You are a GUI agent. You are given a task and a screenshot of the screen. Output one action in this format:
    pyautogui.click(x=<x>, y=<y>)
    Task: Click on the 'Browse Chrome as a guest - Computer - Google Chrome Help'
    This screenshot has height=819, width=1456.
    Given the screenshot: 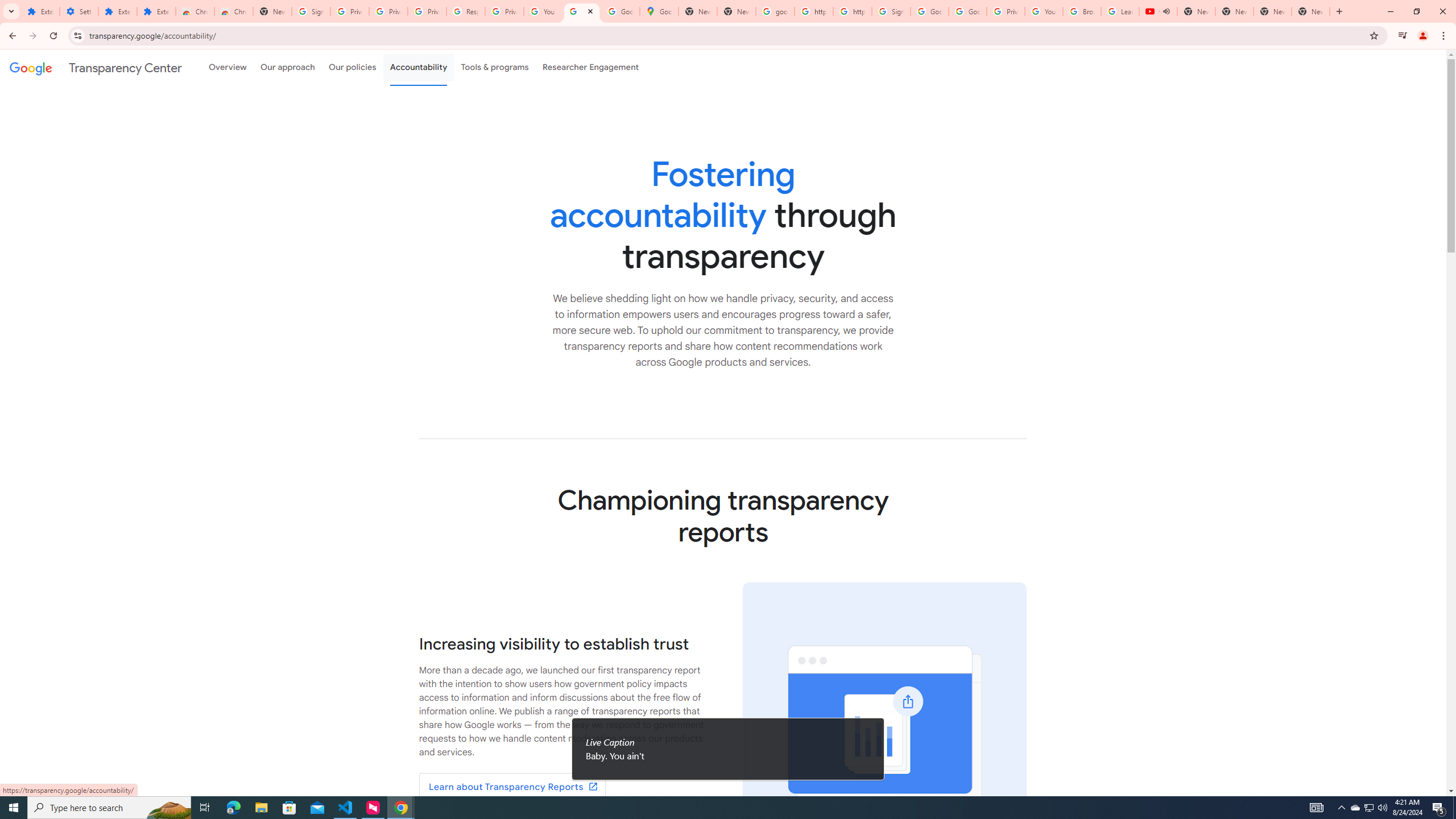 What is the action you would take?
    pyautogui.click(x=1082, y=11)
    